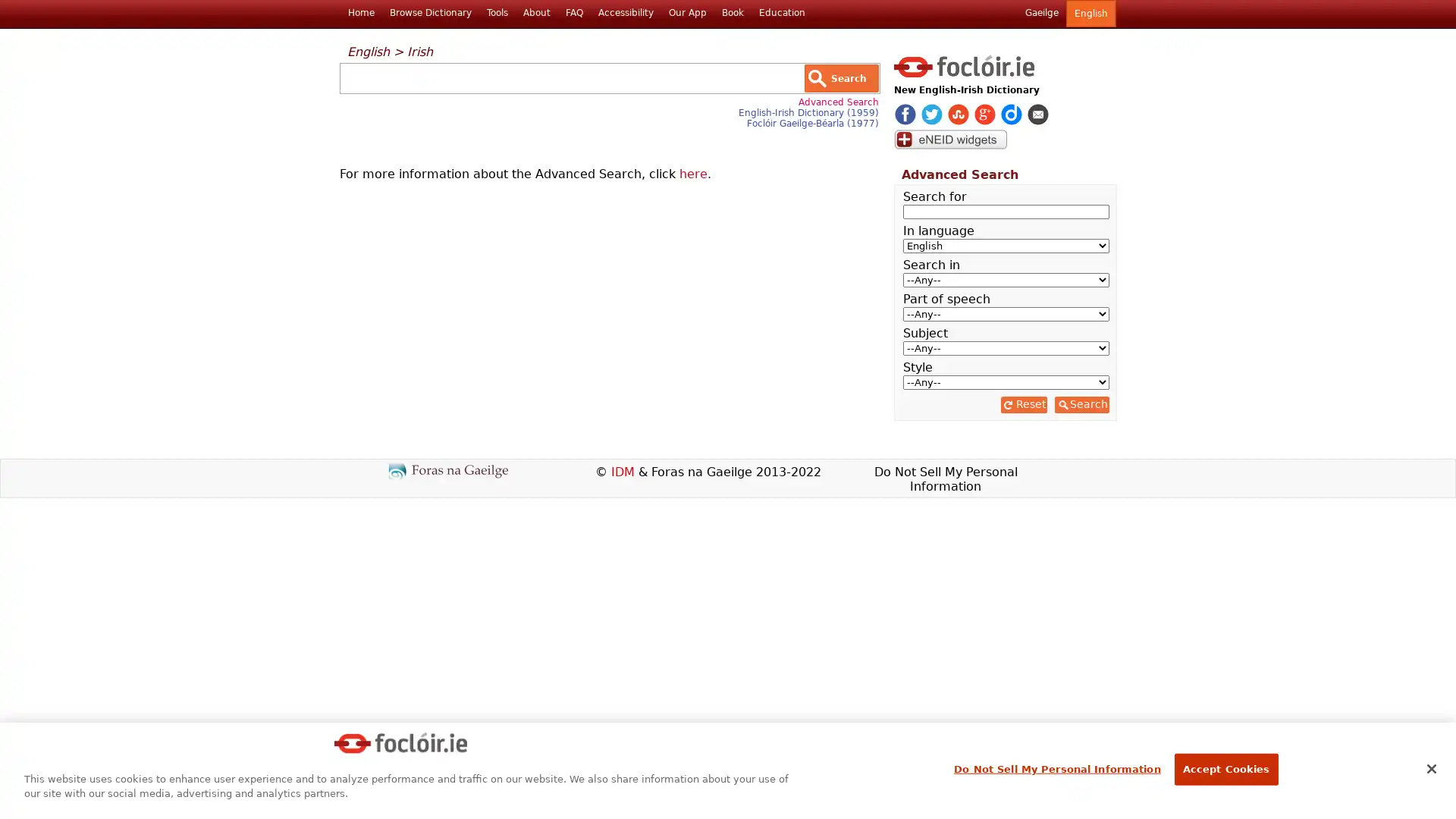 This screenshot has width=1456, height=819. I want to click on Search, so click(1080, 403).